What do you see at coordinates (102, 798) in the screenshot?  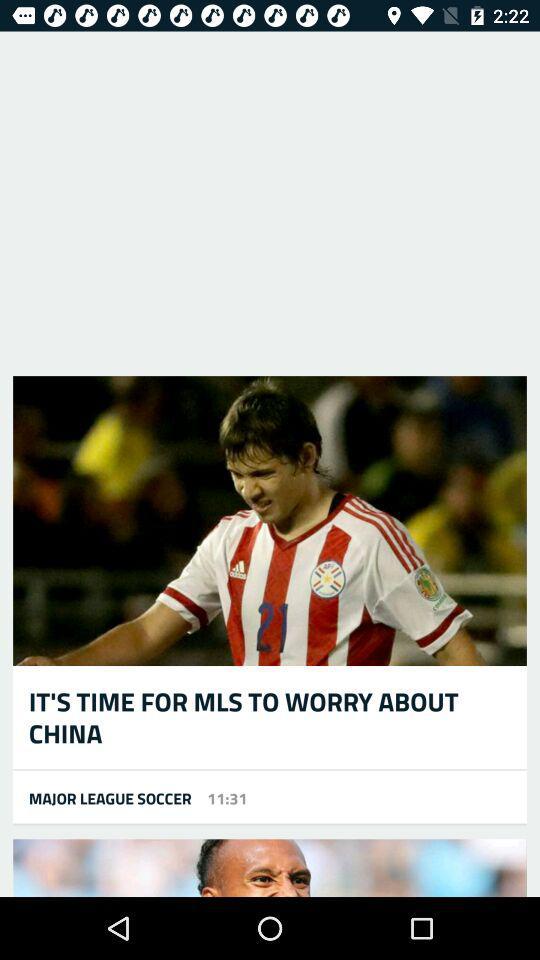 I see `major league soccer icon` at bounding box center [102, 798].